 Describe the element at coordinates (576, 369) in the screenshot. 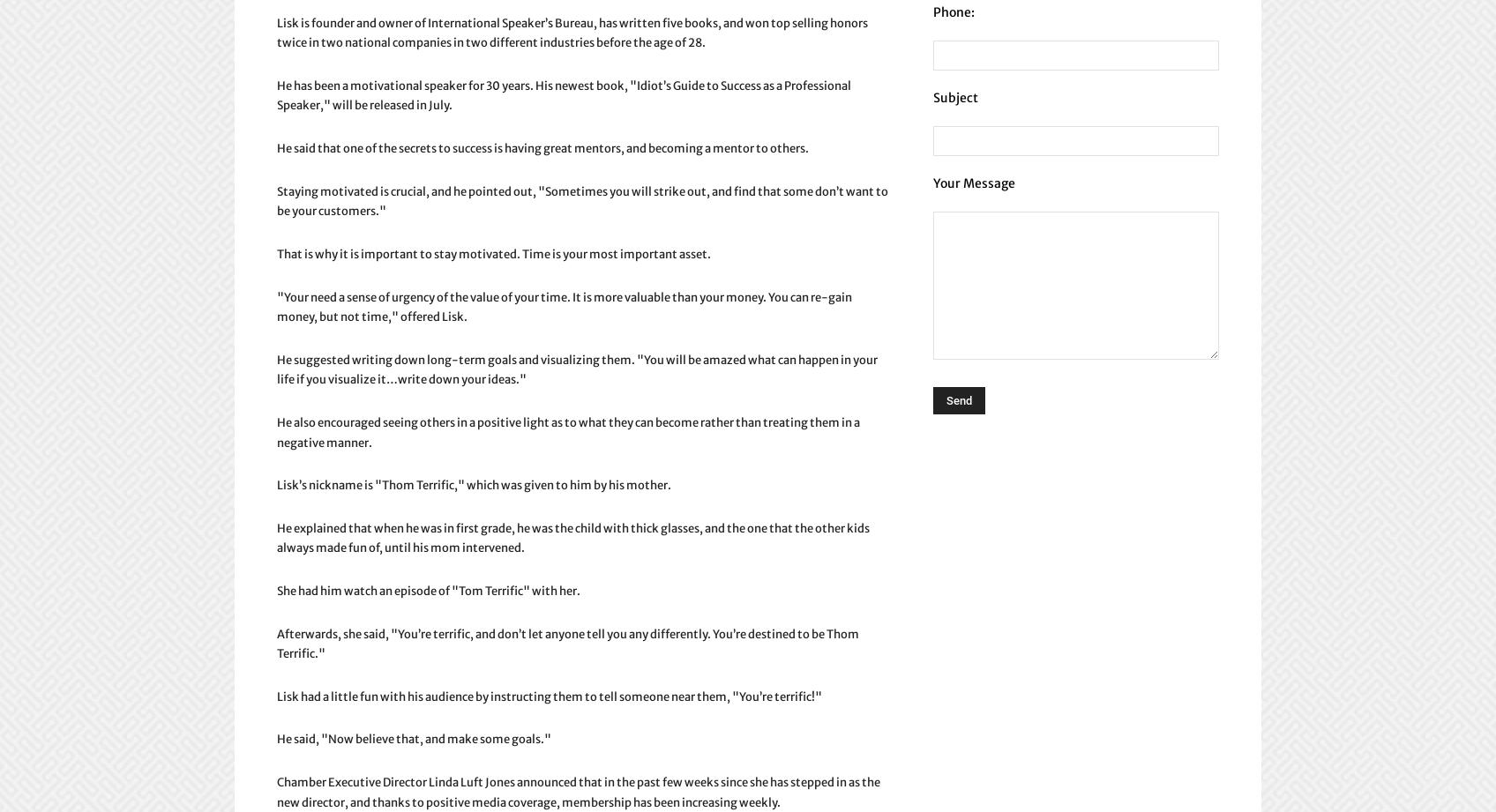

I see `'He suggested writing down long-term goals and visualizing them. "You will be amazed what can happen in your life if you visualize it…write down your ideas."'` at that location.